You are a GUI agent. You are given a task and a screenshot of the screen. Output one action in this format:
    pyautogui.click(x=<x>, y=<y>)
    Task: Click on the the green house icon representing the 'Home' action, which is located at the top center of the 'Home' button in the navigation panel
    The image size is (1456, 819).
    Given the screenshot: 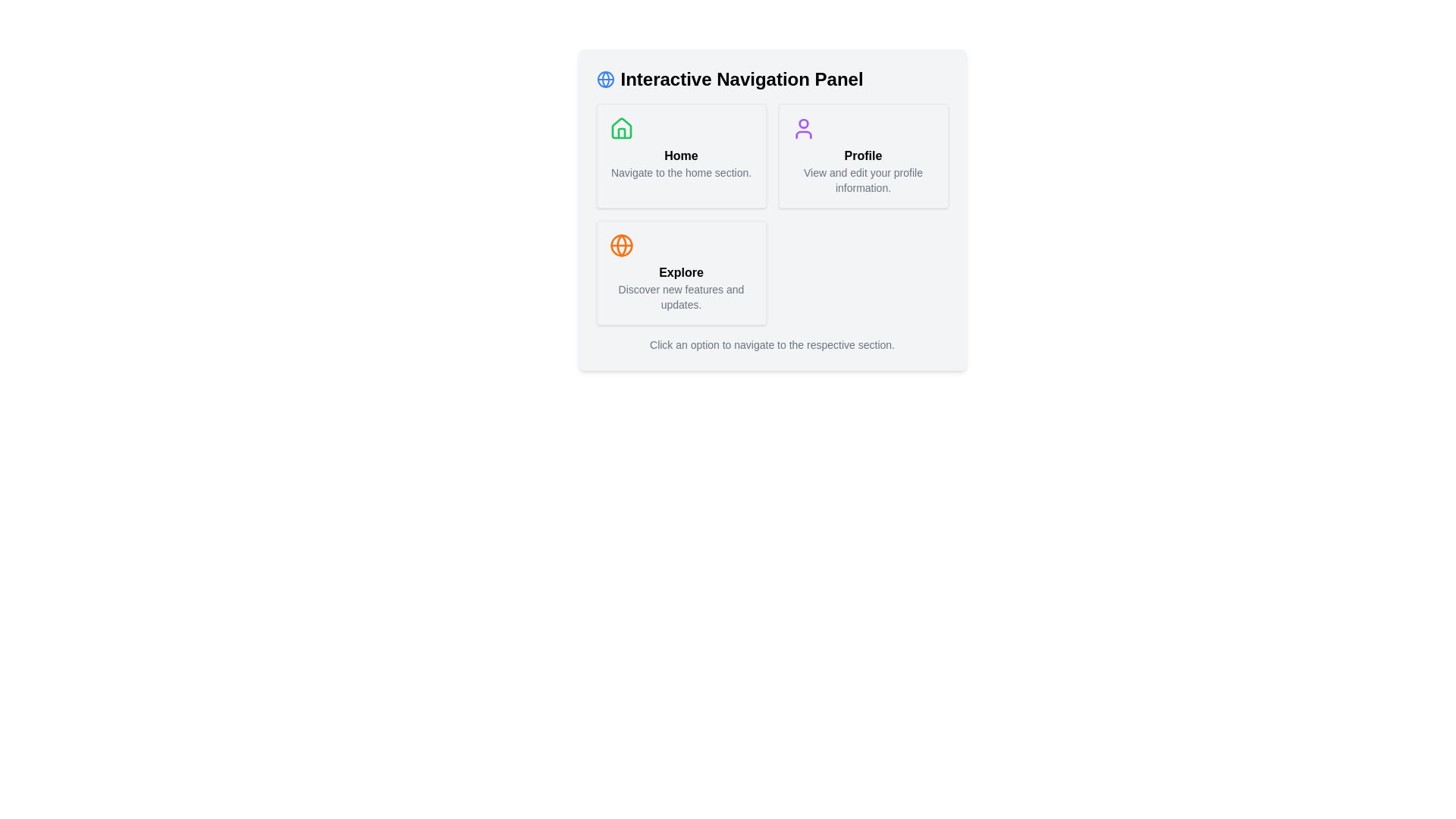 What is the action you would take?
    pyautogui.click(x=621, y=127)
    